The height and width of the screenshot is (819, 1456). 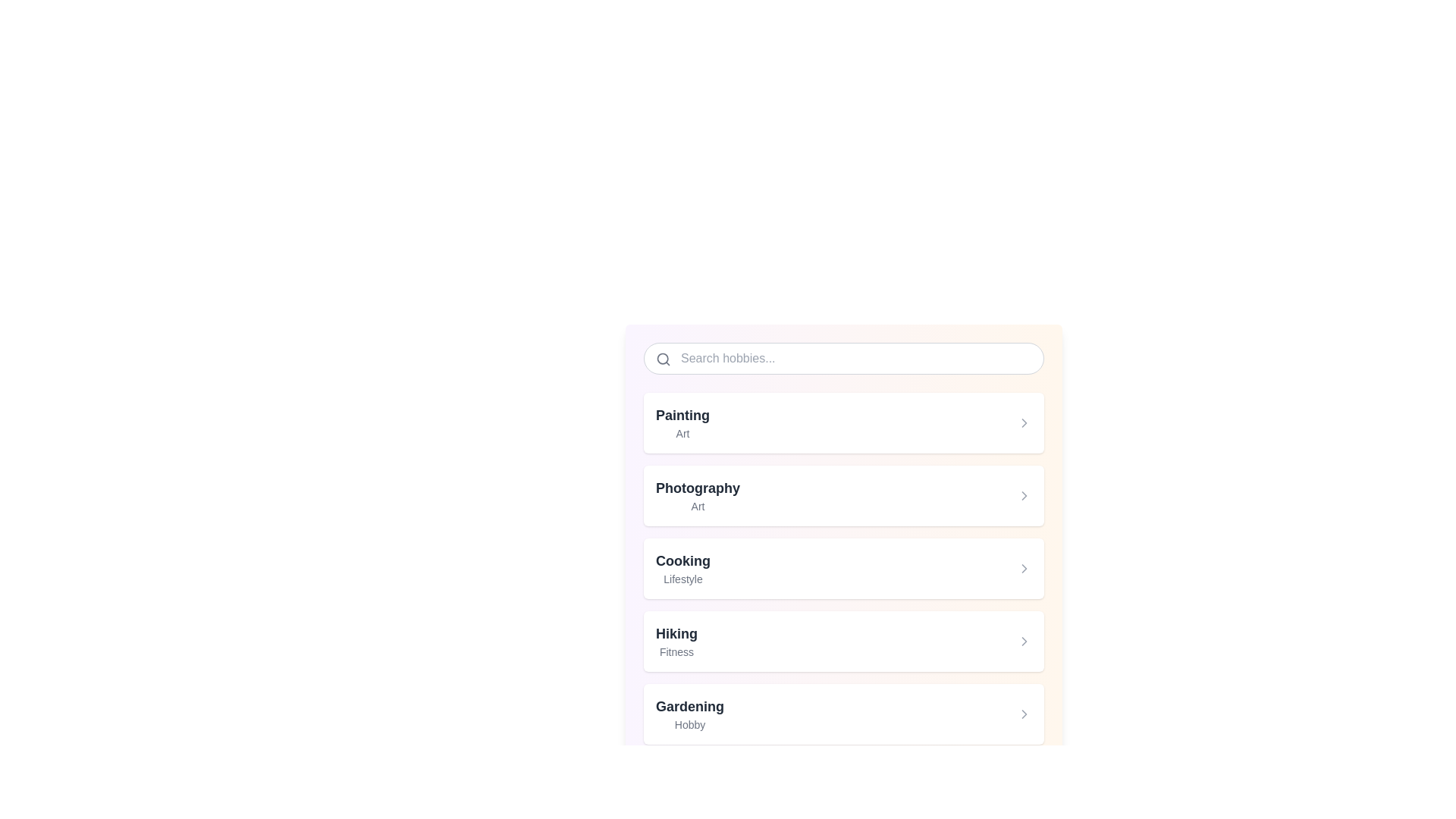 I want to click on the 'Gardening' label/button which features 'Gardening' in bold text and 'Hobby' in smaller text beneath it, located at the bottom of the list, so click(x=689, y=714).